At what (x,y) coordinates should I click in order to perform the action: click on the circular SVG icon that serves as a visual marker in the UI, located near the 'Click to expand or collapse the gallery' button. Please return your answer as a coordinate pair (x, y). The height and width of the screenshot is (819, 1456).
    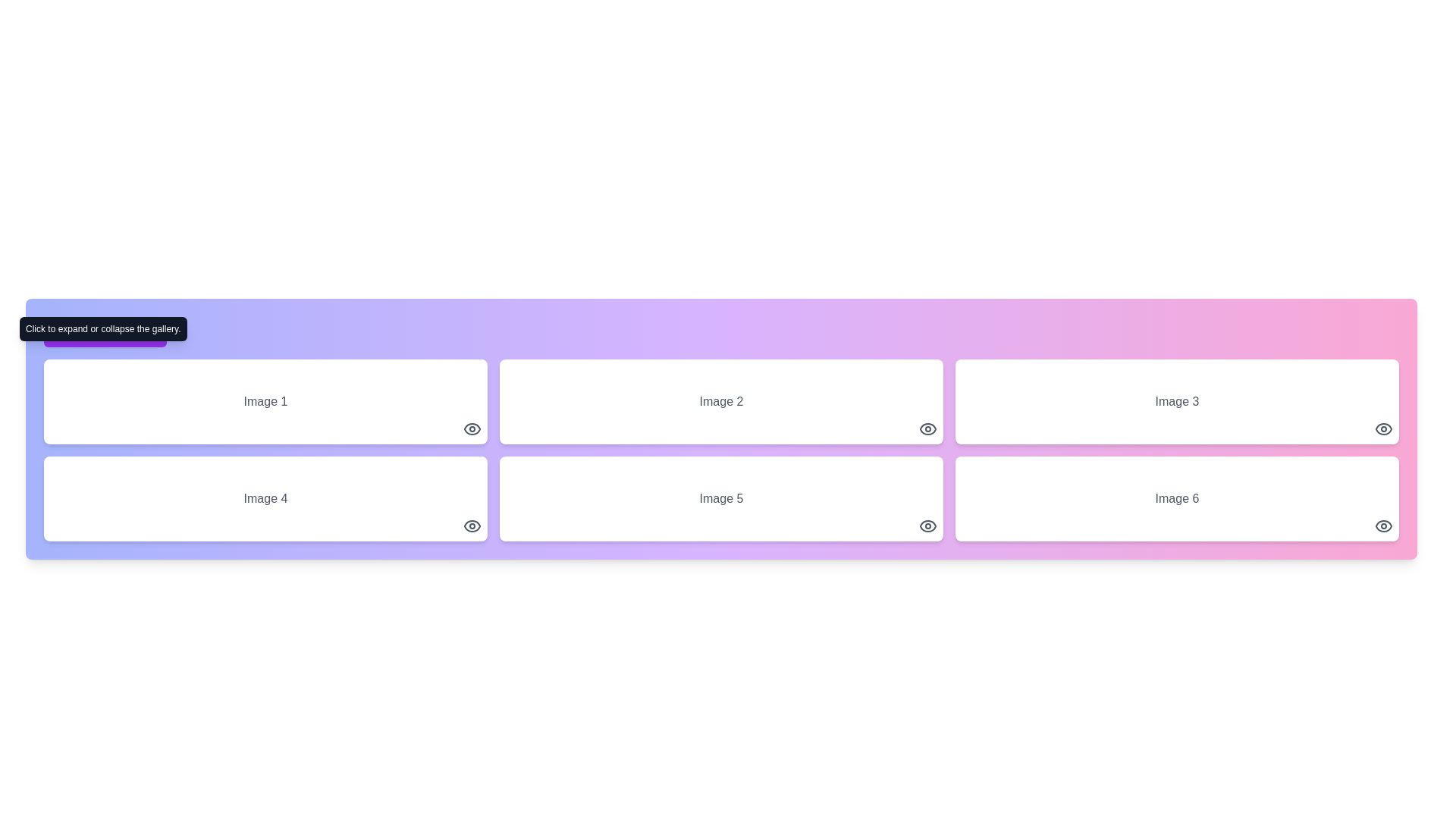
    Looking at the image, I should click on (62, 331).